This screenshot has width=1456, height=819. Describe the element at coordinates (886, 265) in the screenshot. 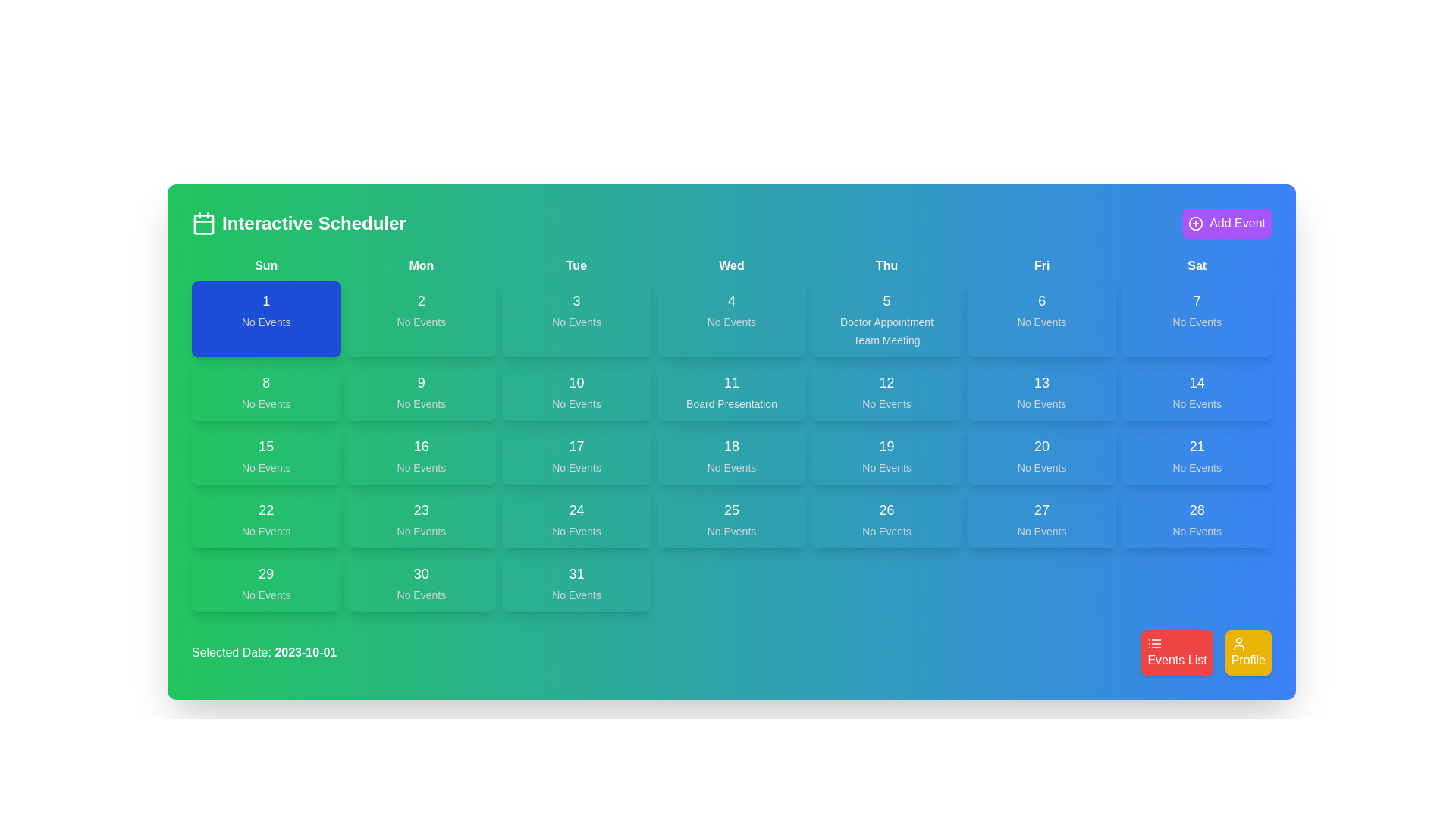

I see `the bold text label reading 'Thu' in the weekly calendar header, which is styled with a green to blue gradient background` at that location.